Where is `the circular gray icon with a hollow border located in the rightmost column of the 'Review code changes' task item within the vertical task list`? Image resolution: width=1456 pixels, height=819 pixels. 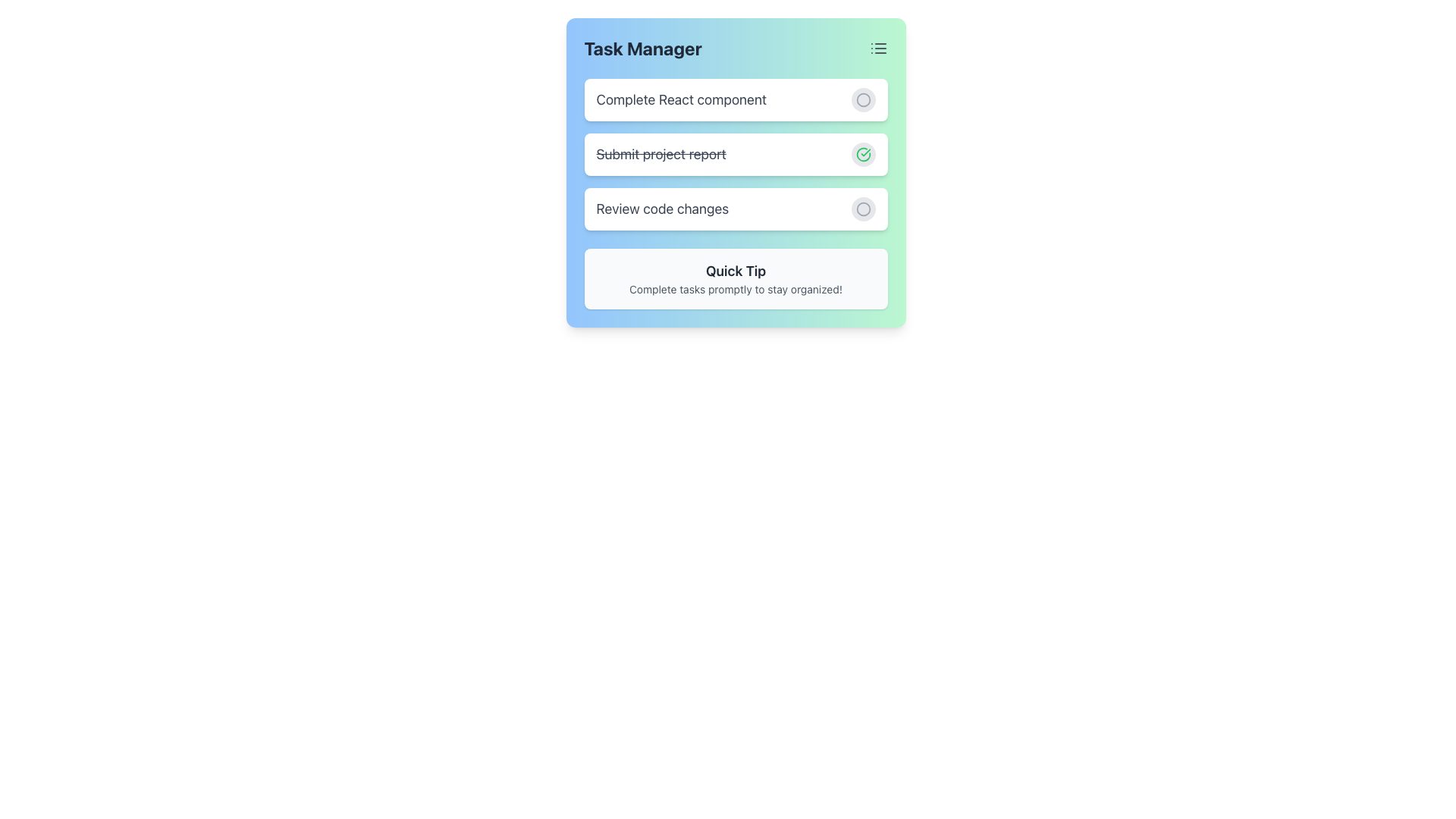 the circular gray icon with a hollow border located in the rightmost column of the 'Review code changes' task item within the vertical task list is located at coordinates (863, 209).